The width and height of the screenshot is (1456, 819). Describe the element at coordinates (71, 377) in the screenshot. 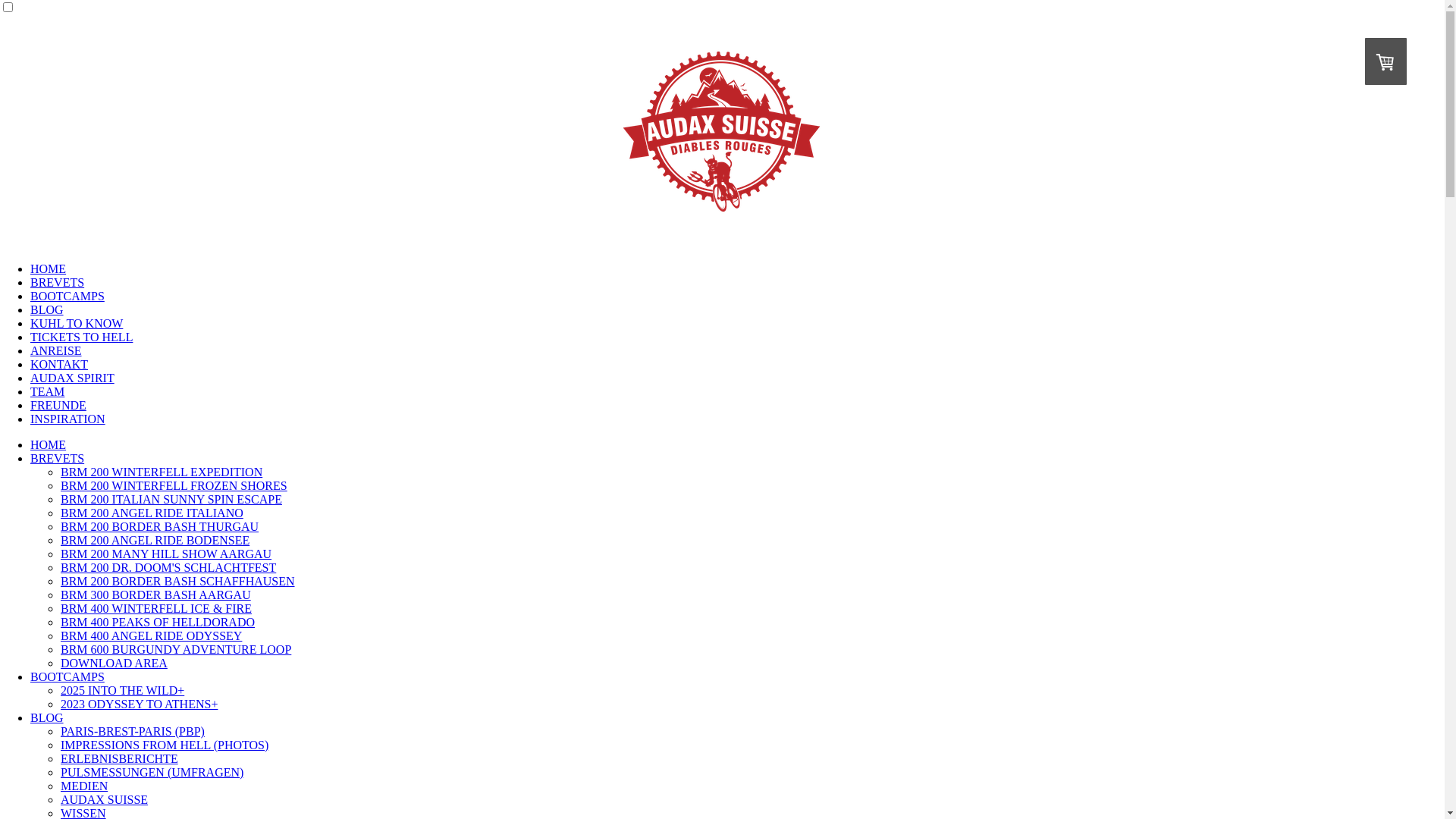

I see `'AUDAX SPIRIT'` at that location.